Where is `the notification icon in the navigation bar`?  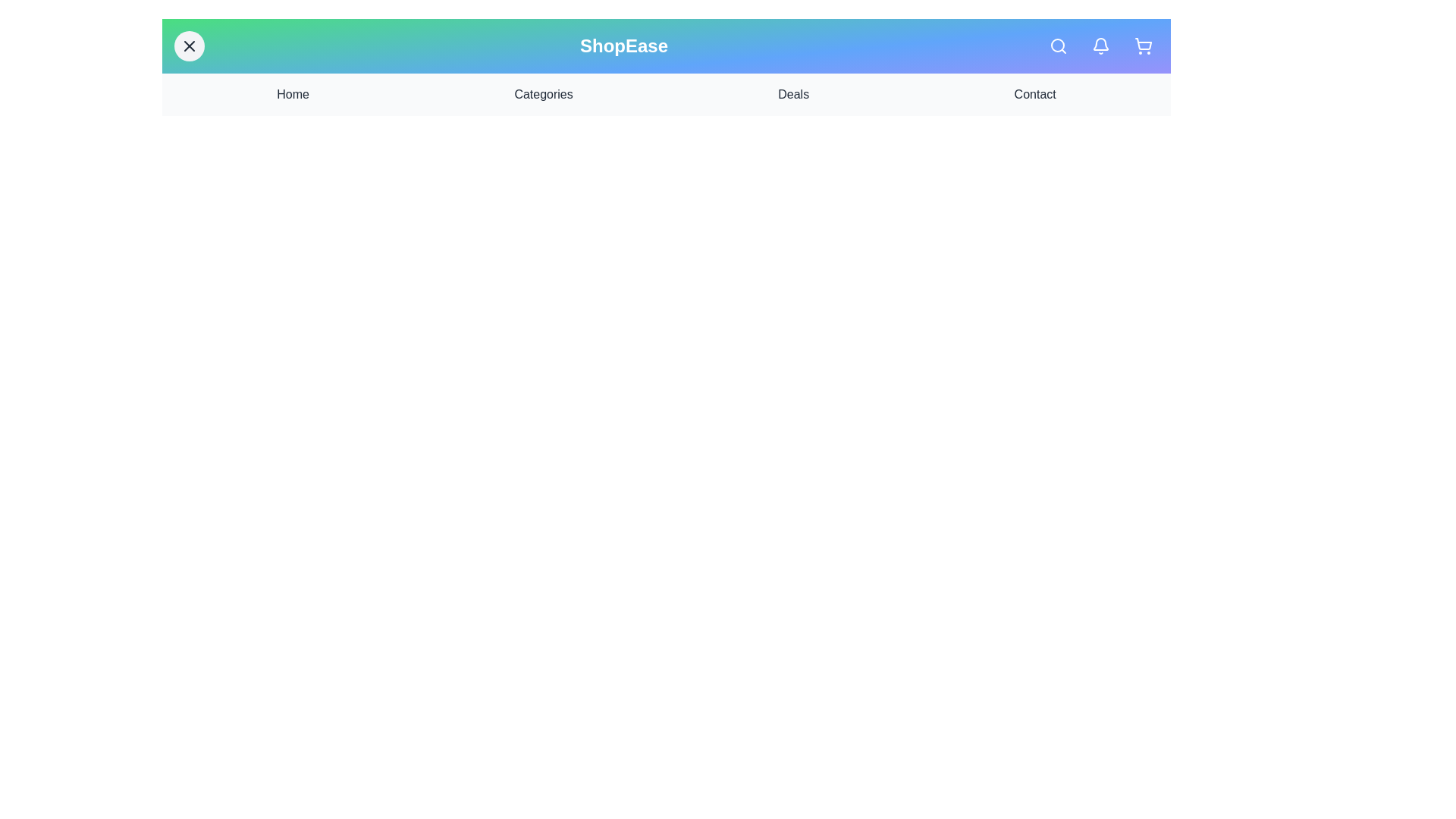 the notification icon in the navigation bar is located at coordinates (1100, 45).